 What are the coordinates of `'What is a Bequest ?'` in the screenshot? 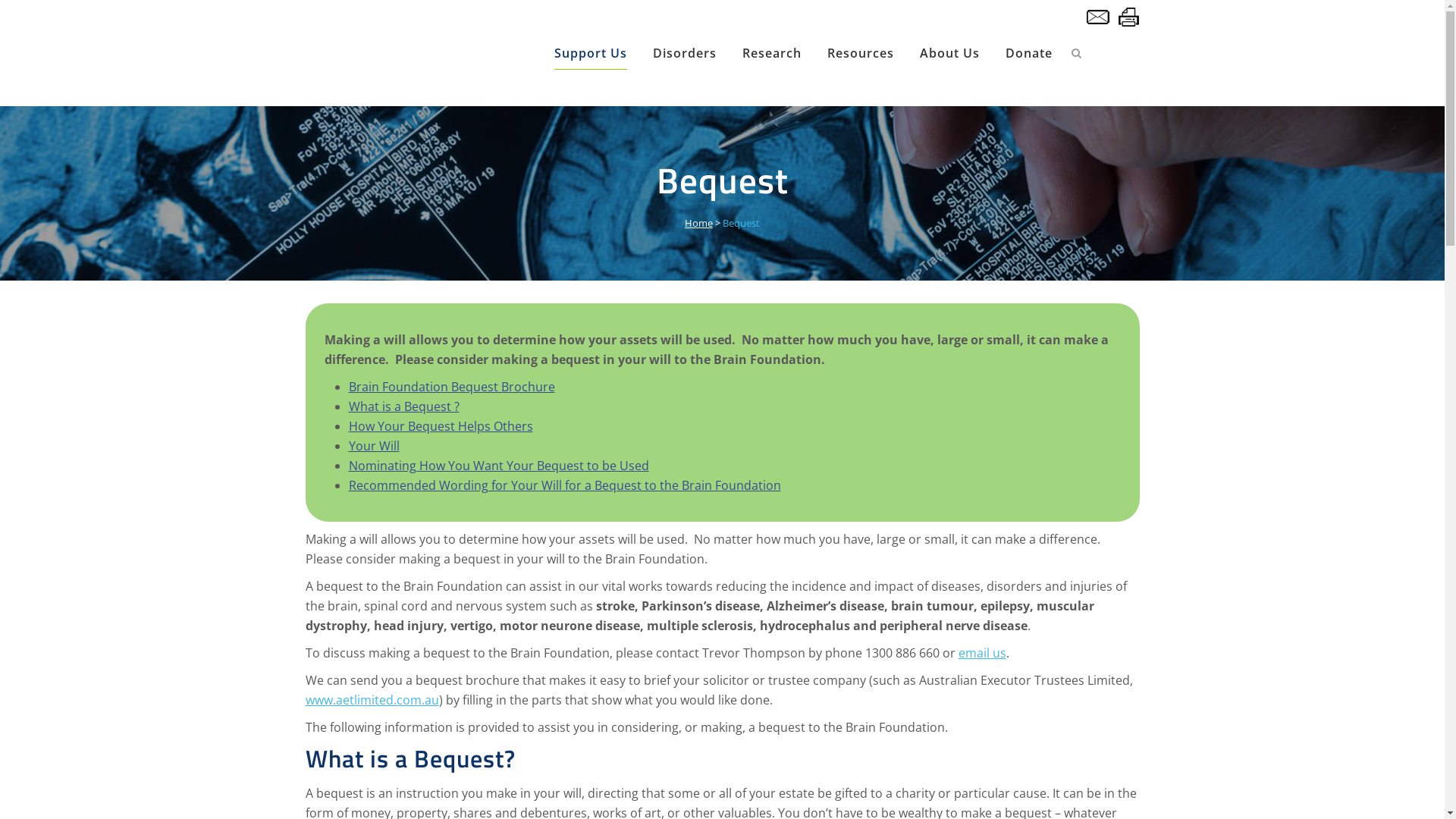 It's located at (403, 406).